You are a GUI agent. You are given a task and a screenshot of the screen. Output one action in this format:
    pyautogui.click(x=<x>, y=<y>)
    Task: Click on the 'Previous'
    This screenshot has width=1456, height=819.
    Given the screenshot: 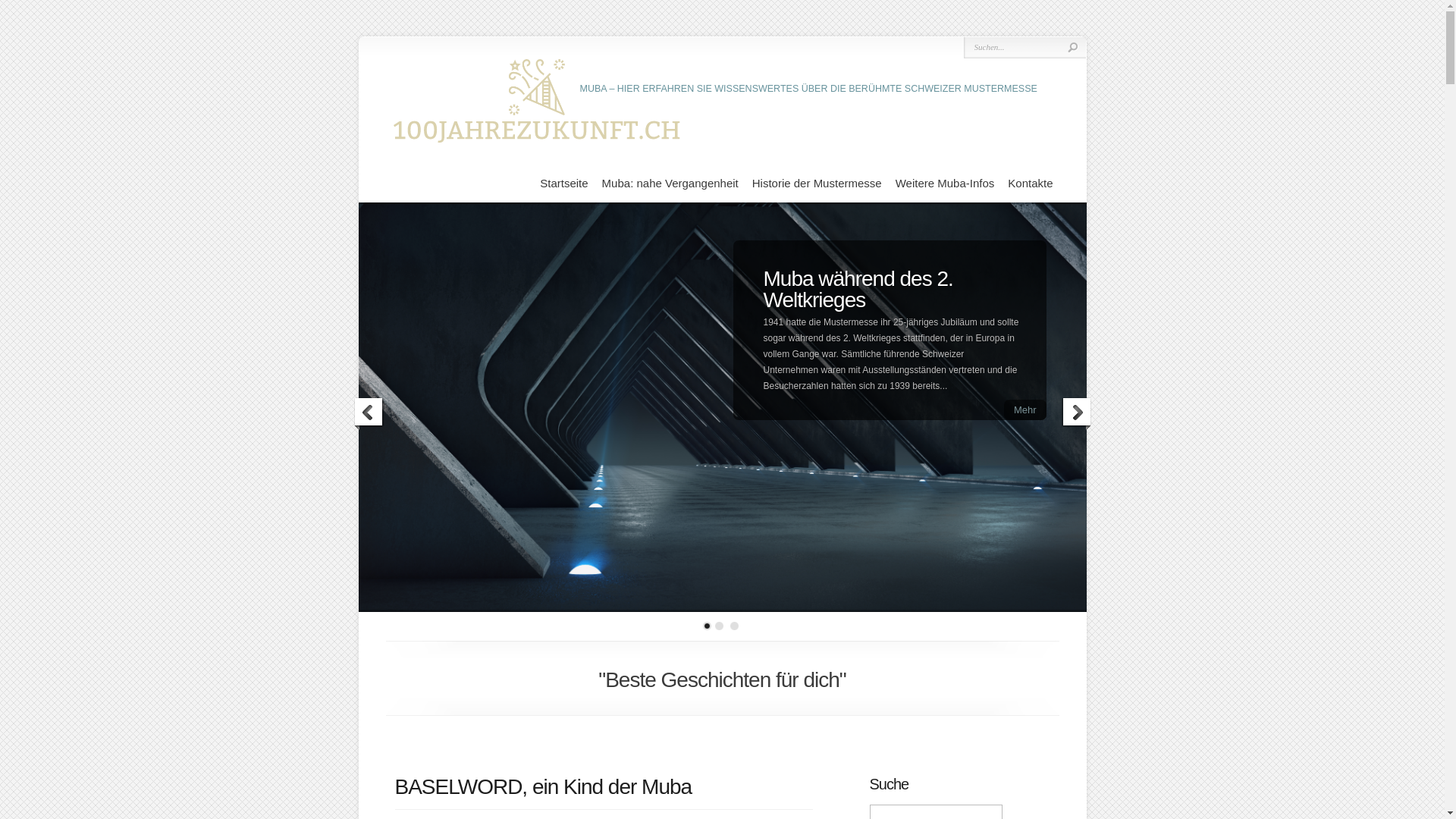 What is the action you would take?
    pyautogui.click(x=368, y=414)
    